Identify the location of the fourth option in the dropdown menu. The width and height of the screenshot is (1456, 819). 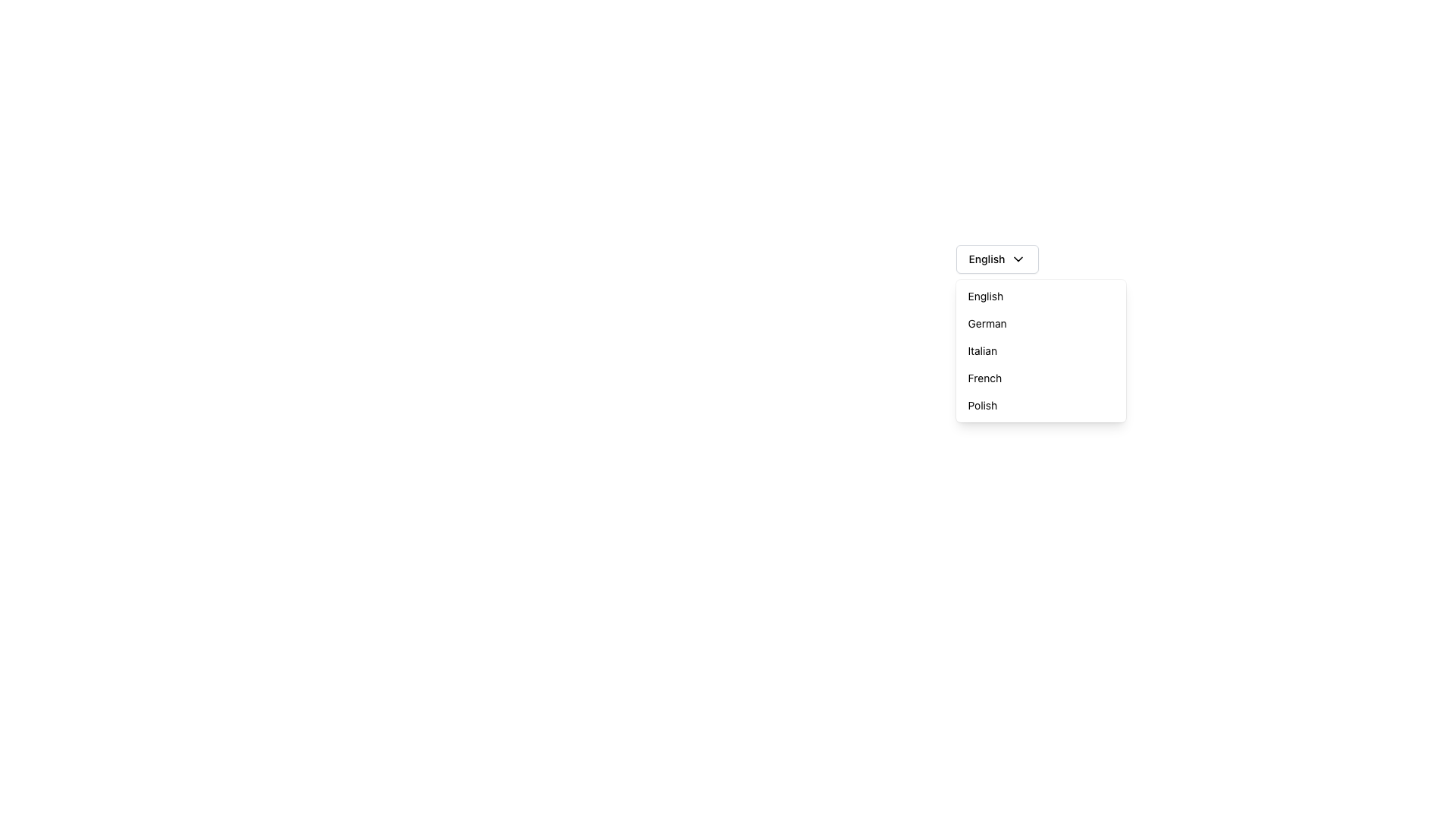
(1040, 377).